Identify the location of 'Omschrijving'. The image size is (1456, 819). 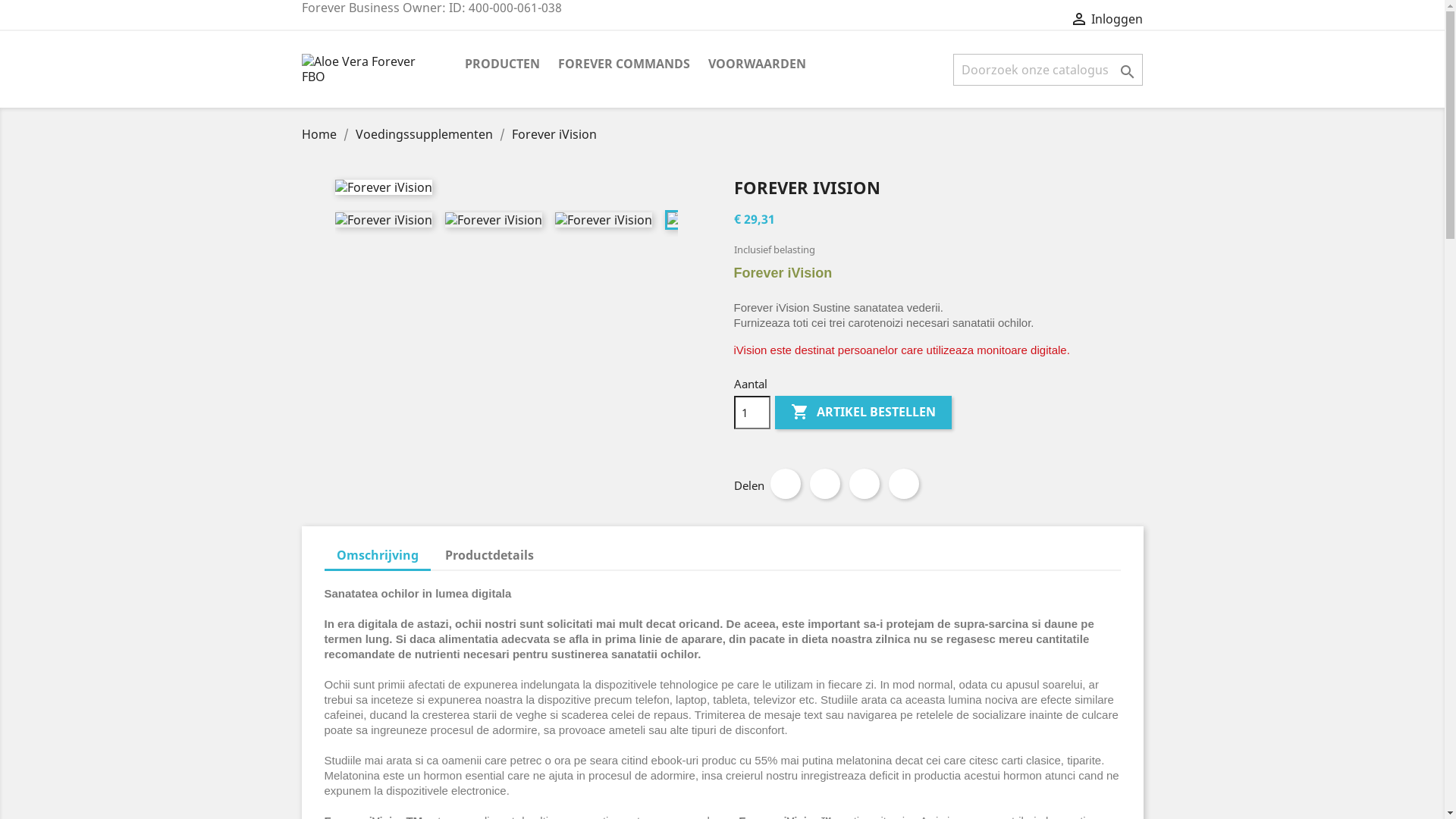
(378, 556).